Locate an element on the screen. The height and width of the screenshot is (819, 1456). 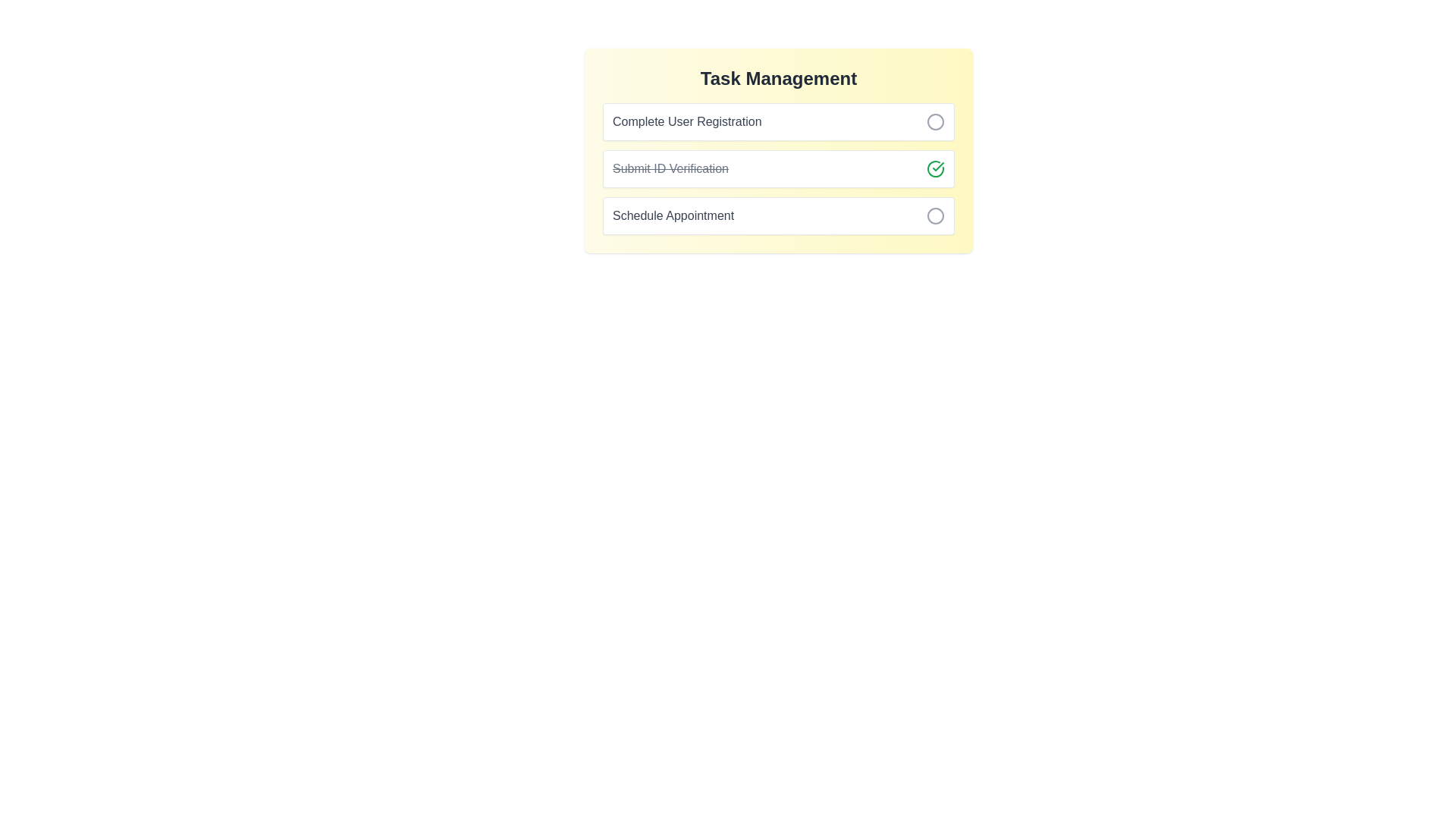
the third selectable list item with a radio button labeled 'Schedule Appointment' is located at coordinates (779, 216).